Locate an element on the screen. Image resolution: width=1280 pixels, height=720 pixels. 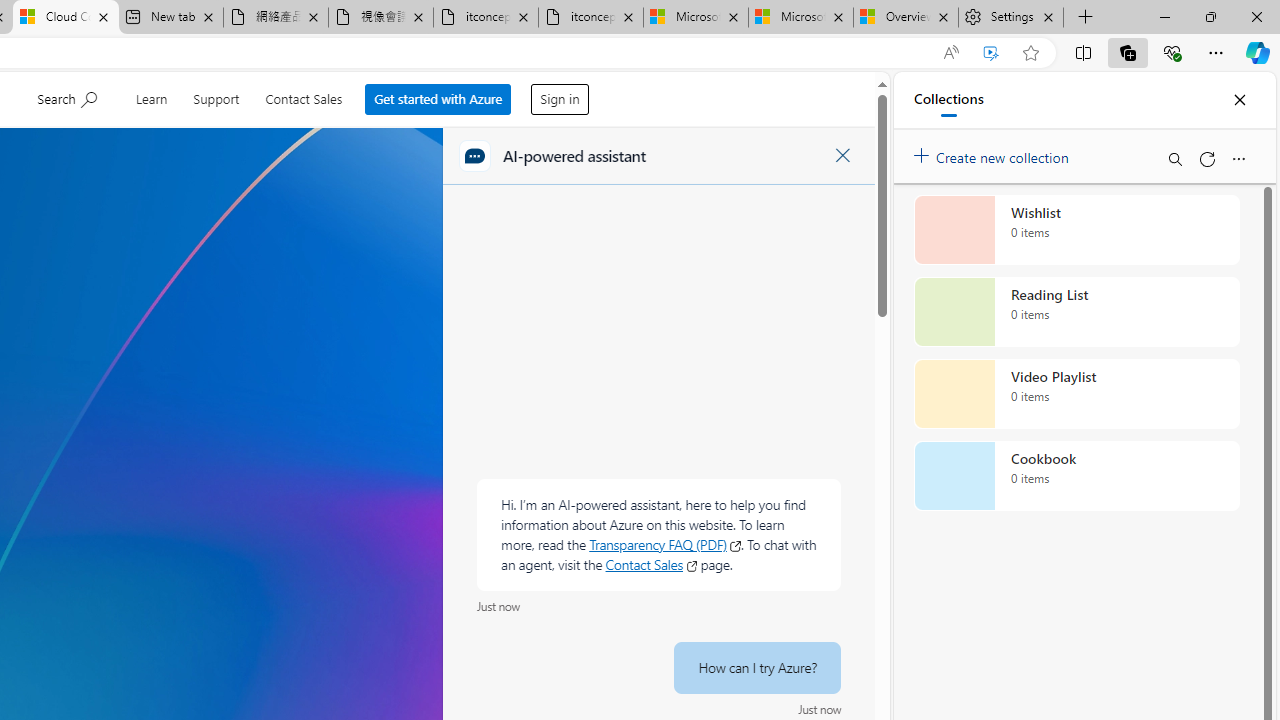
'Sign in' is located at coordinates (560, 99).